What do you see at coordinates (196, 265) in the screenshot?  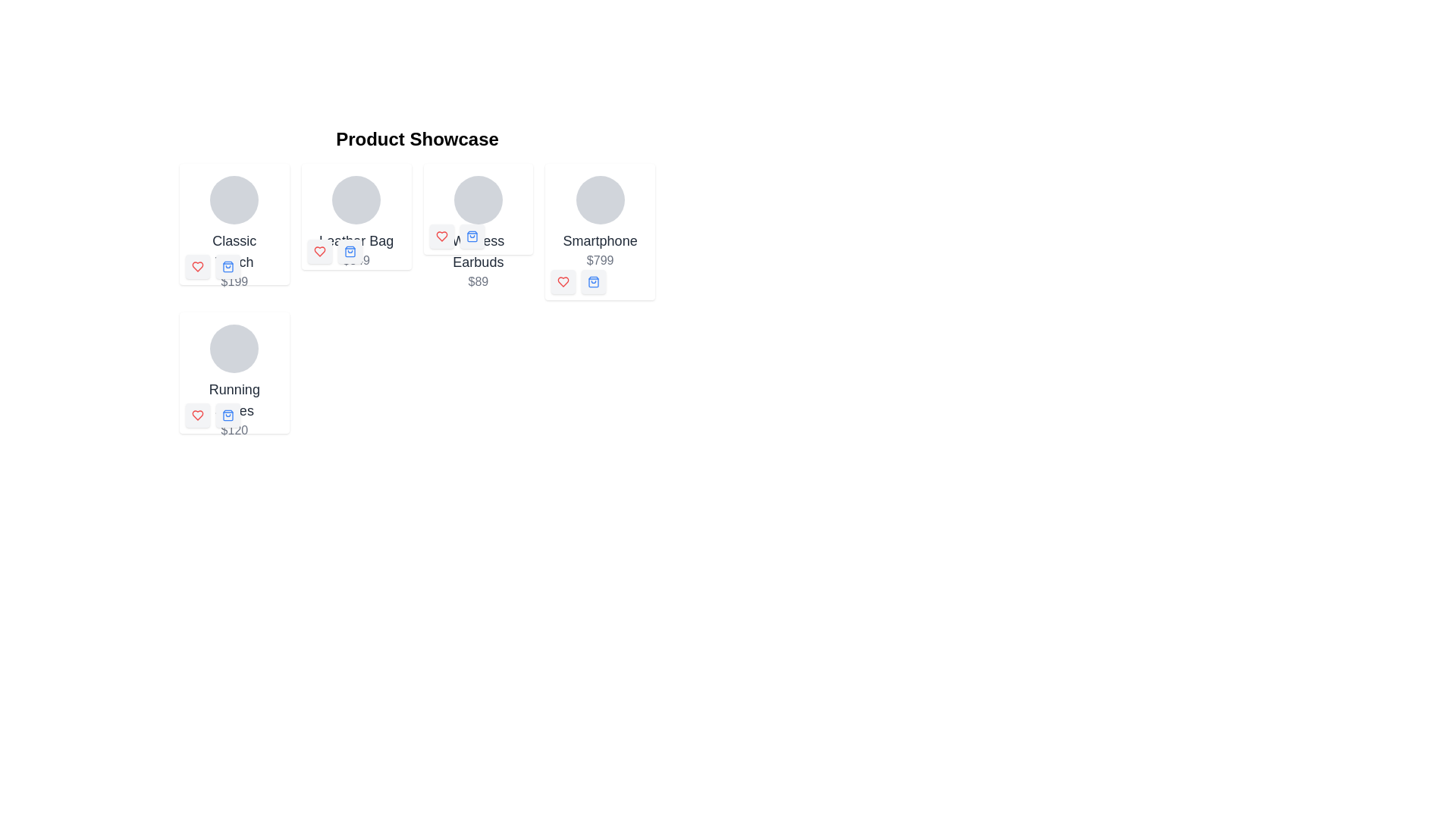 I see `the small, rounded rectangular button with a gray background and a red heart icon, located in the bottom-left corner of the 'Classic Watch' card` at bounding box center [196, 265].